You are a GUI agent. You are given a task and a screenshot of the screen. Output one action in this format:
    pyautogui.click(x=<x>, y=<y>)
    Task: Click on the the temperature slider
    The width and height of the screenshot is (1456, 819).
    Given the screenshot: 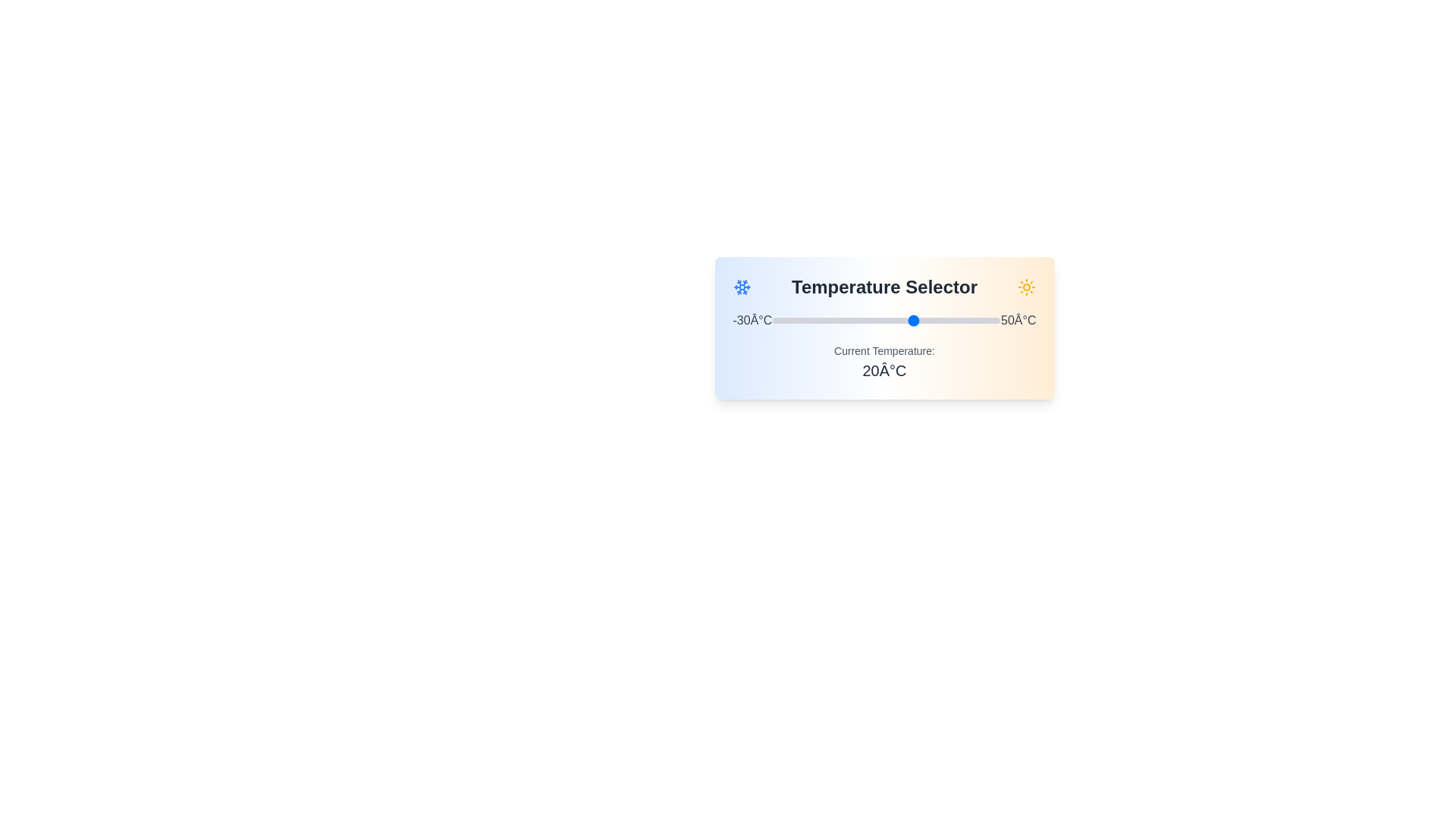 What is the action you would take?
    pyautogui.click(x=954, y=320)
    